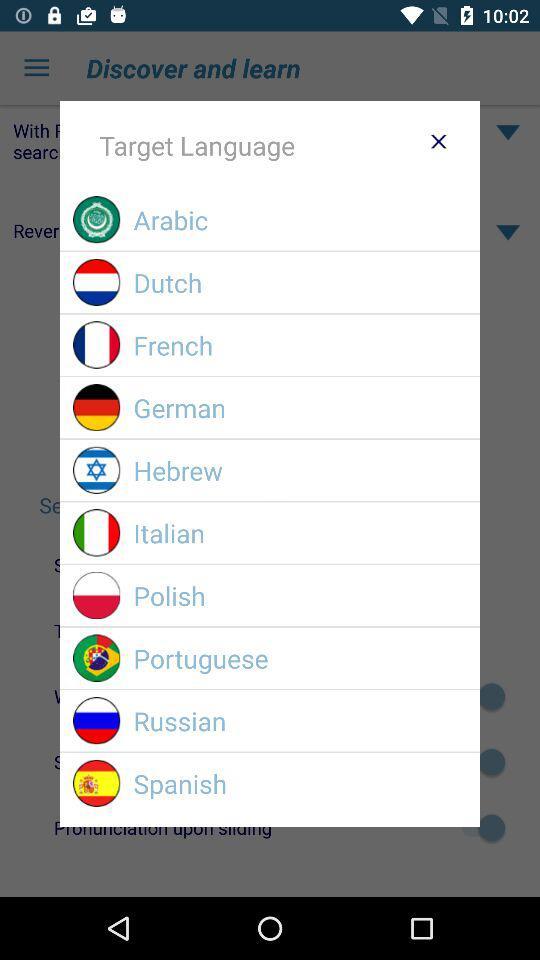 The image size is (540, 960). What do you see at coordinates (299, 281) in the screenshot?
I see `the item above french icon` at bounding box center [299, 281].